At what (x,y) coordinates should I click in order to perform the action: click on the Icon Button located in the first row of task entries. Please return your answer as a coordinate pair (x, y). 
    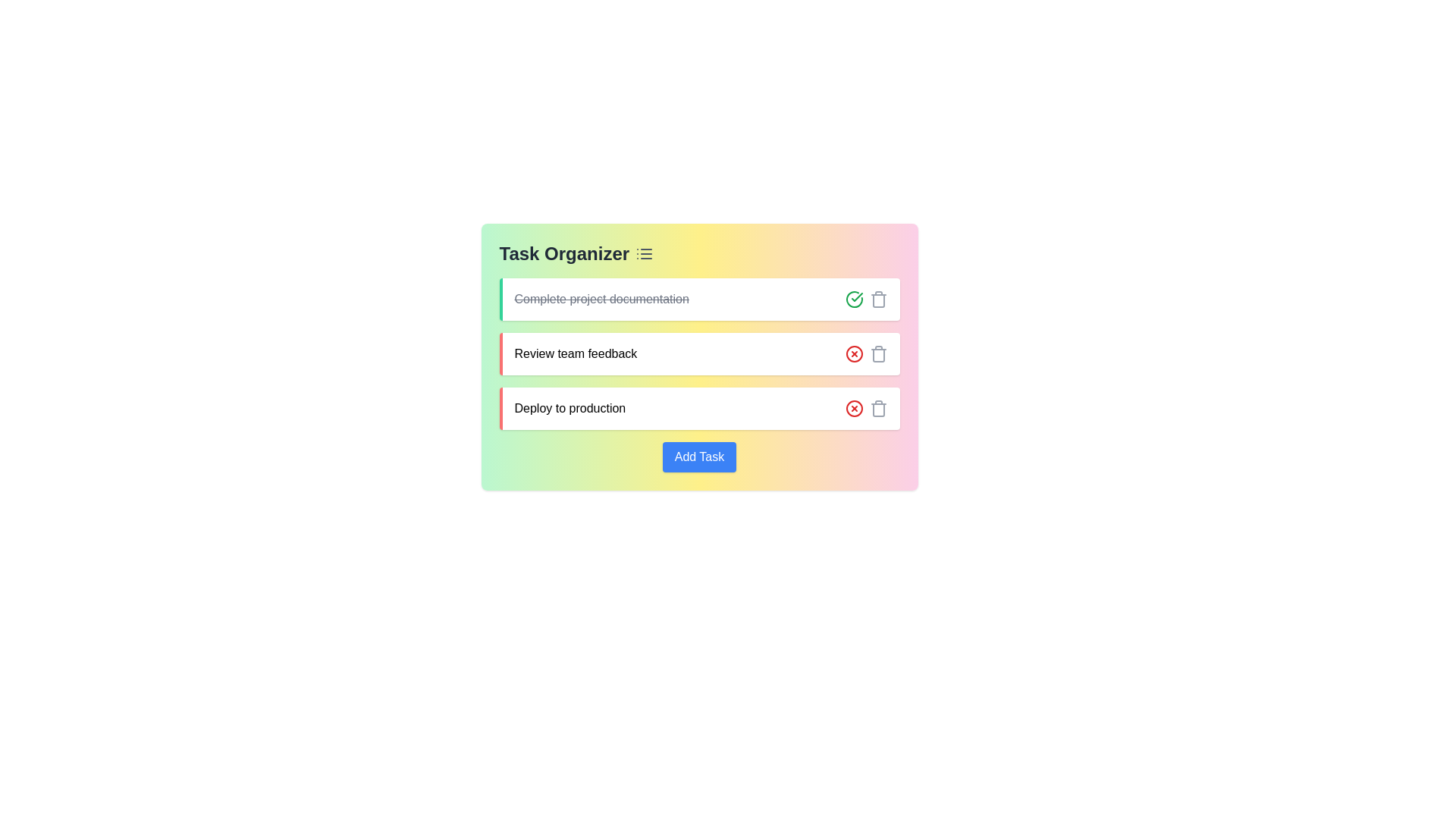
    Looking at the image, I should click on (854, 299).